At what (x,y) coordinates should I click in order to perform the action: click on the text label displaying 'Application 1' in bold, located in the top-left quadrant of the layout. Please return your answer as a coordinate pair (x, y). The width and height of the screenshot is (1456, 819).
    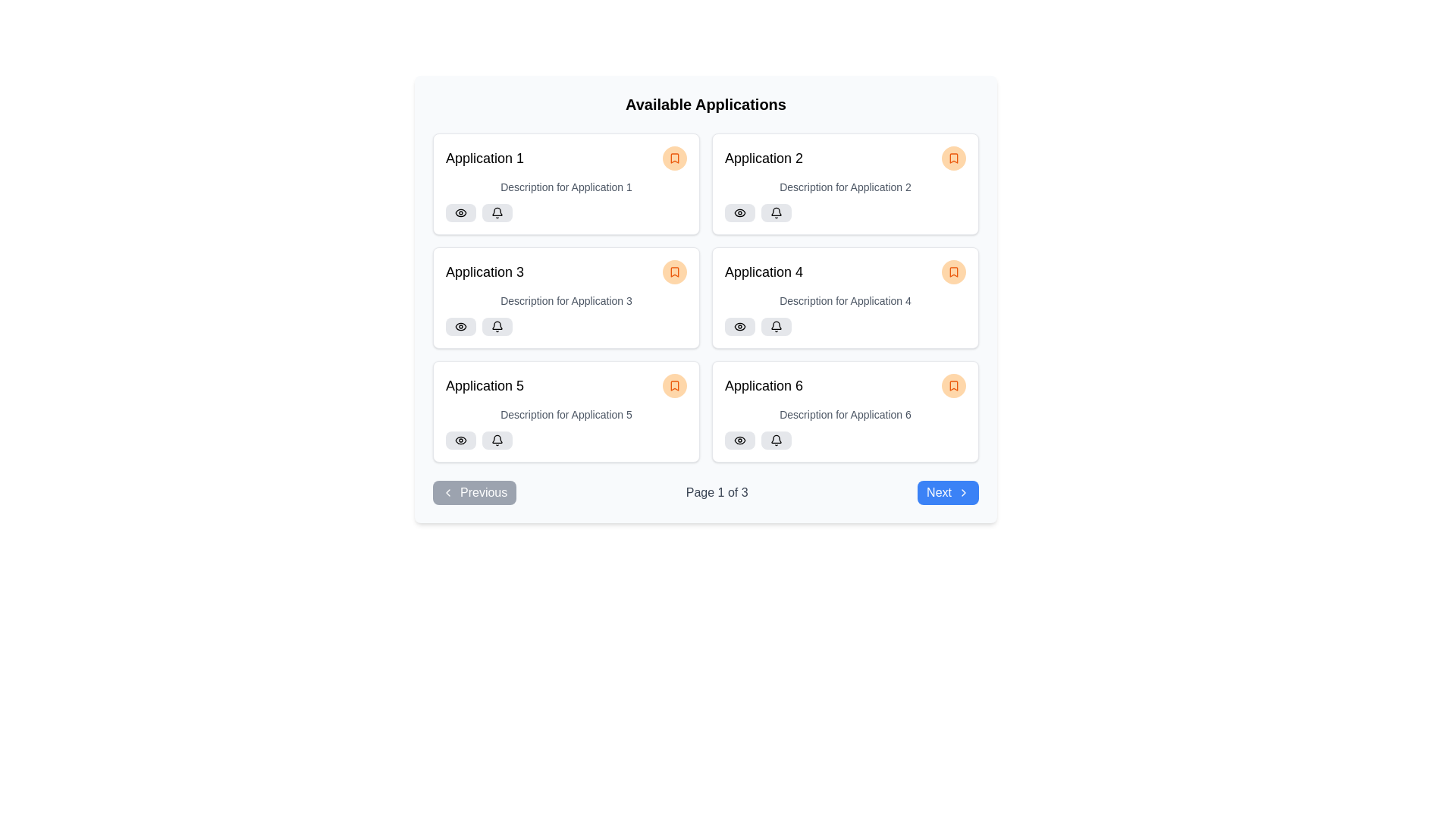
    Looking at the image, I should click on (484, 158).